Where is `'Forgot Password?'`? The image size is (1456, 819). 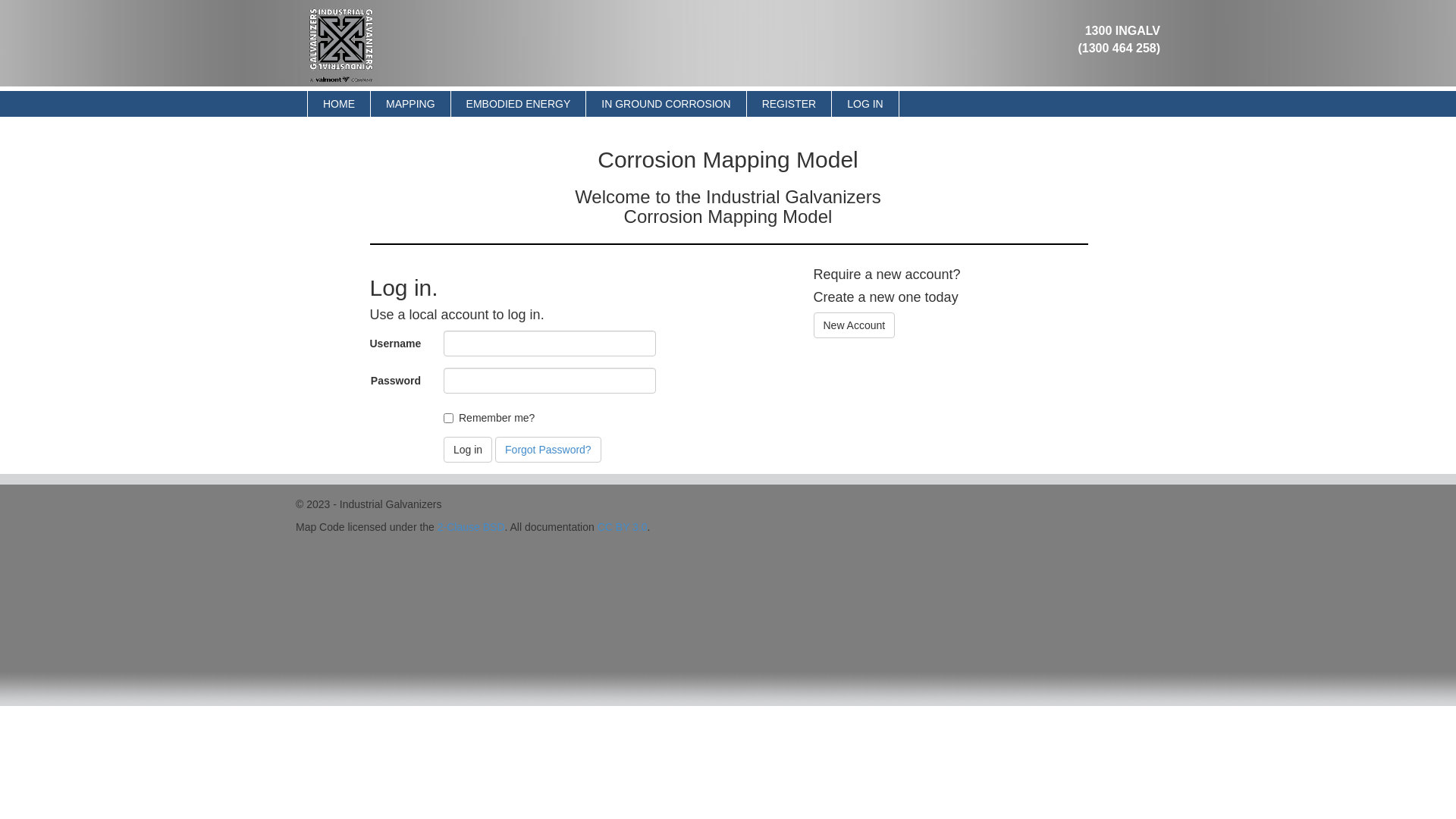
'Forgot Password?' is located at coordinates (505, 449).